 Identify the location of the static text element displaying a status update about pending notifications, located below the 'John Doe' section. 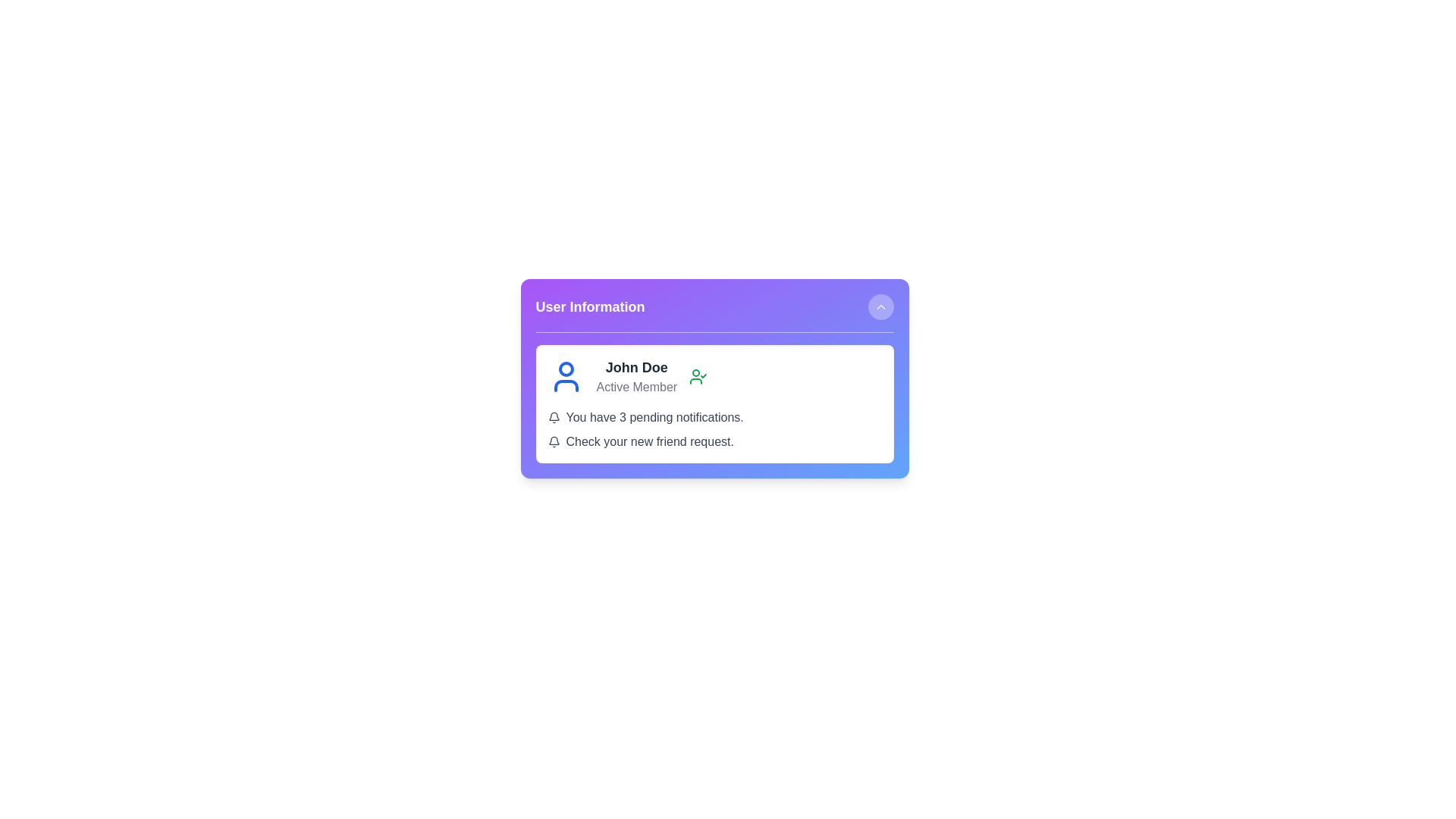
(714, 418).